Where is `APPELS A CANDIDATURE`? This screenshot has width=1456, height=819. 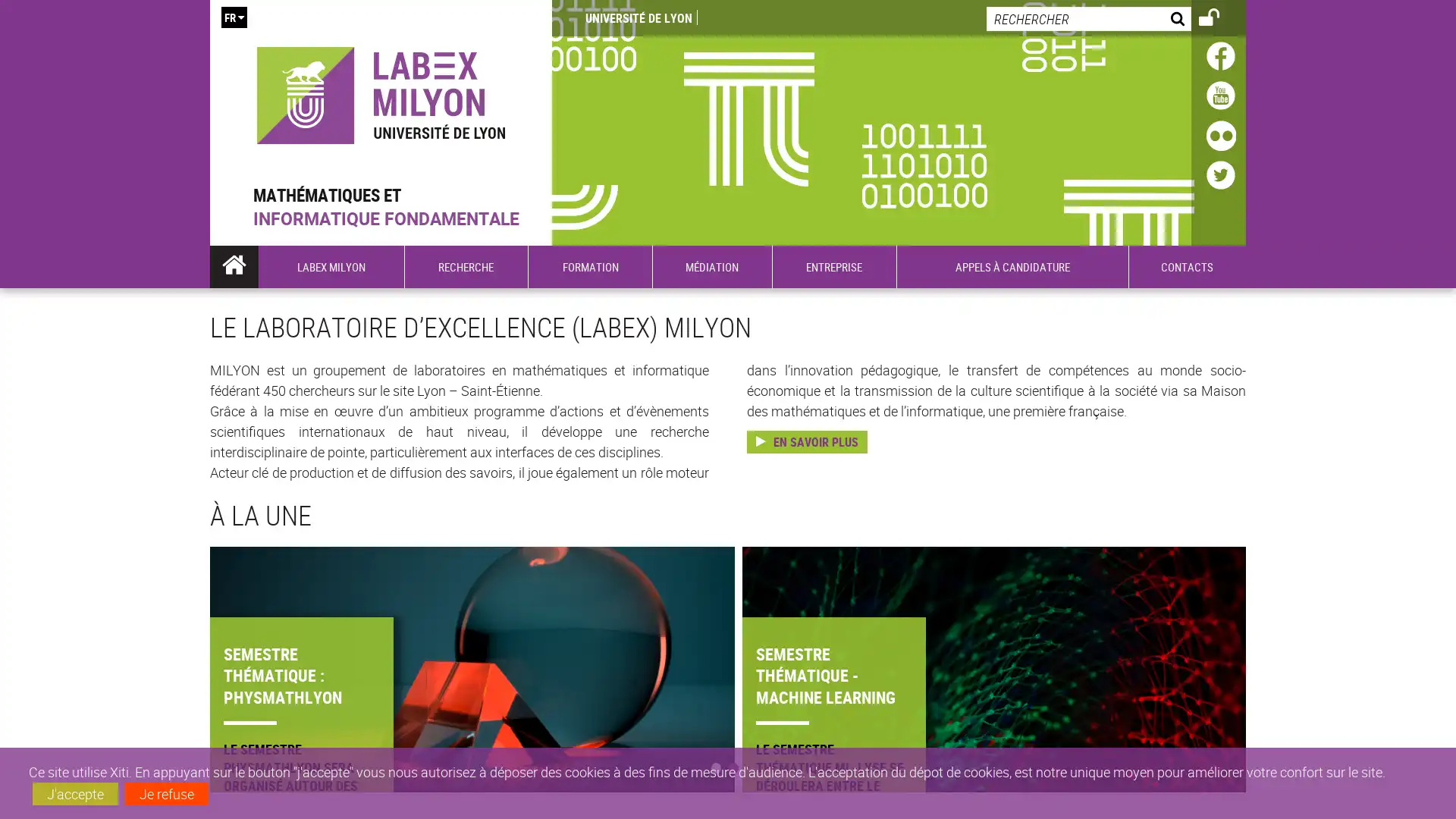 APPELS A CANDIDATURE is located at coordinates (1012, 265).